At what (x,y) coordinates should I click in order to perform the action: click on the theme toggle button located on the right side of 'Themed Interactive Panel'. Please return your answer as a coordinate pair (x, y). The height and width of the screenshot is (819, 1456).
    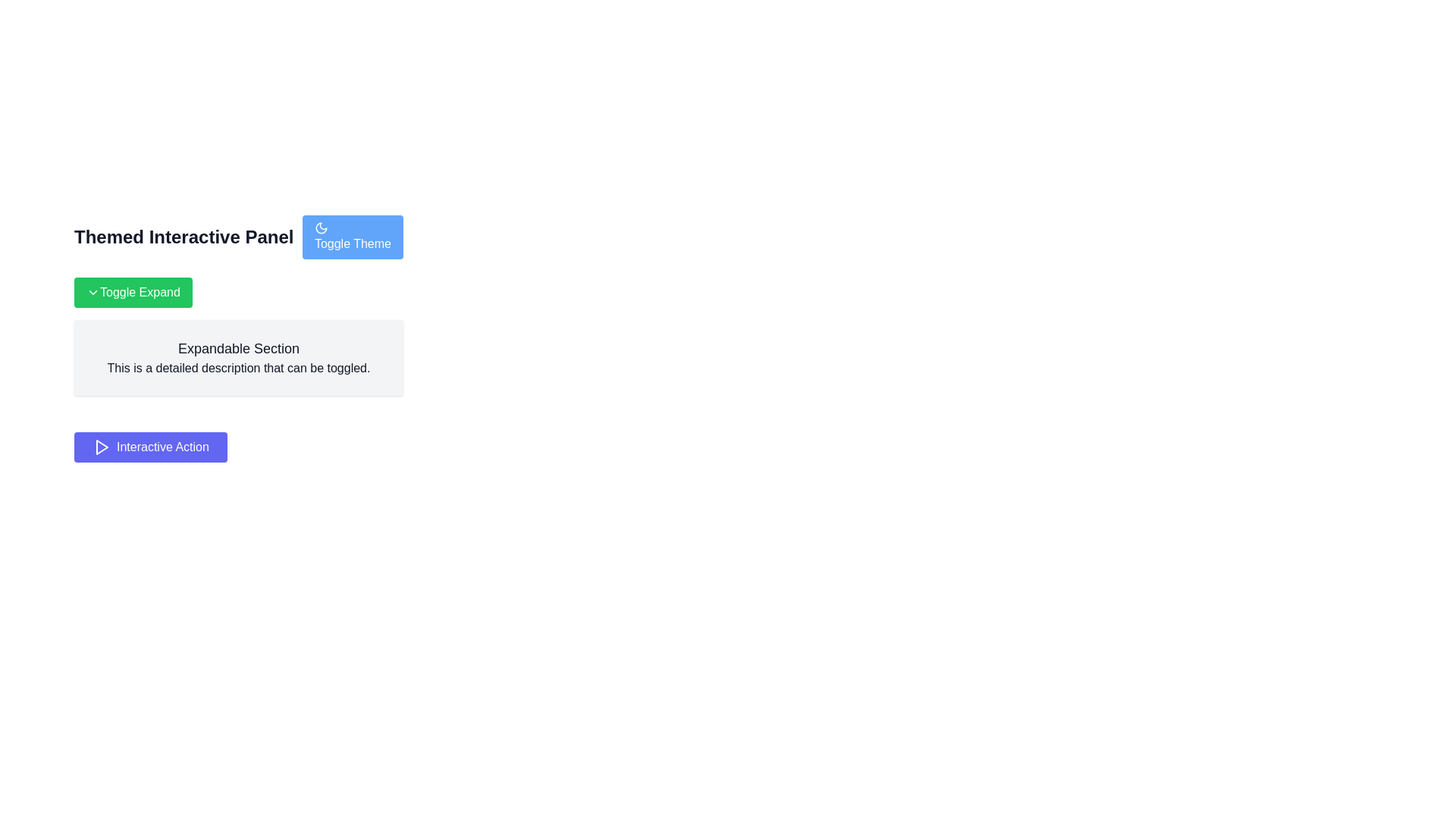
    Looking at the image, I should click on (352, 237).